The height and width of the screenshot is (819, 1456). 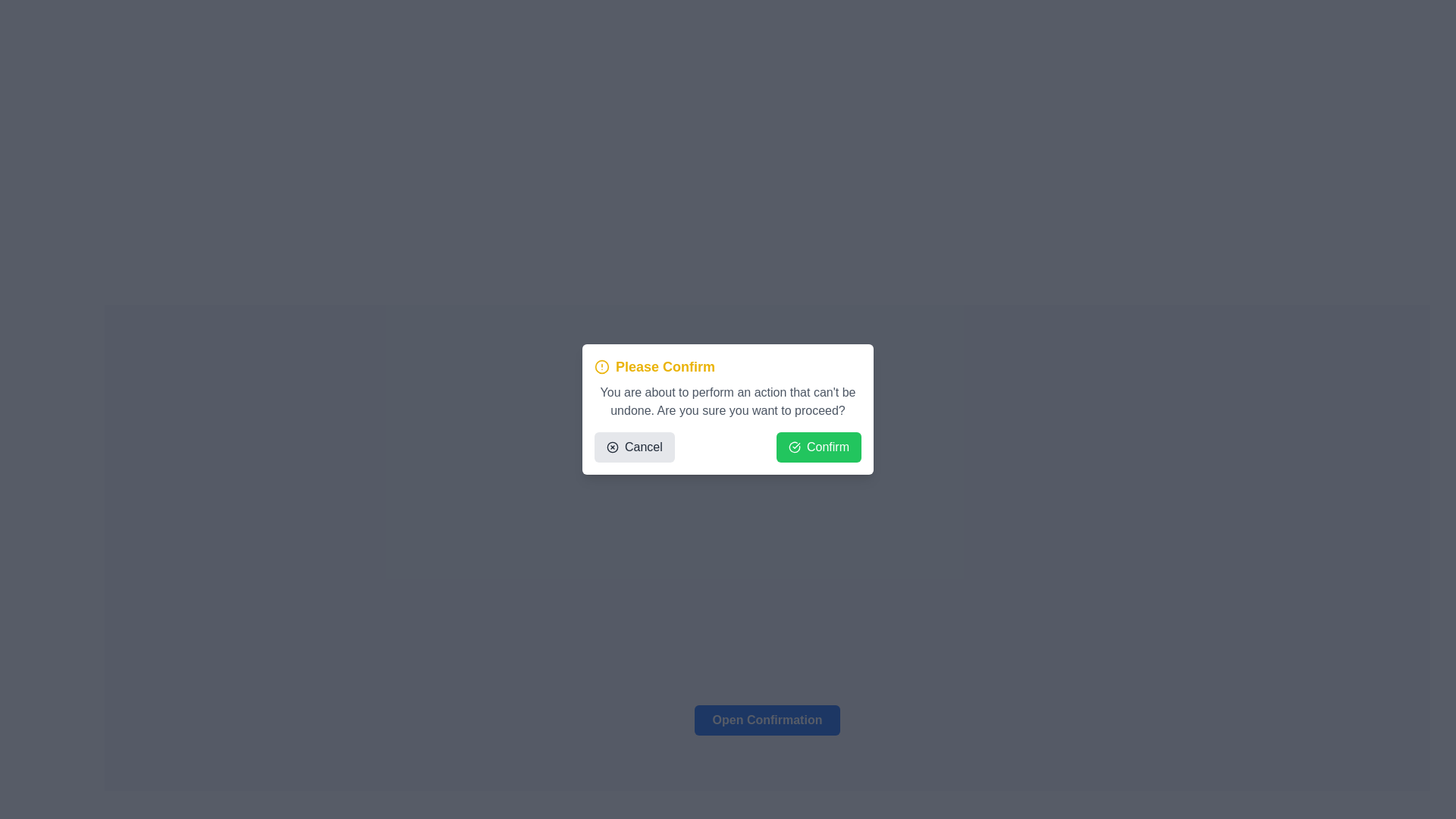 I want to click on the circular alert icon with a yellow fill located in the modal dialog titled 'Please Confirm', positioned at the top-left corner of the dialog, so click(x=601, y=366).